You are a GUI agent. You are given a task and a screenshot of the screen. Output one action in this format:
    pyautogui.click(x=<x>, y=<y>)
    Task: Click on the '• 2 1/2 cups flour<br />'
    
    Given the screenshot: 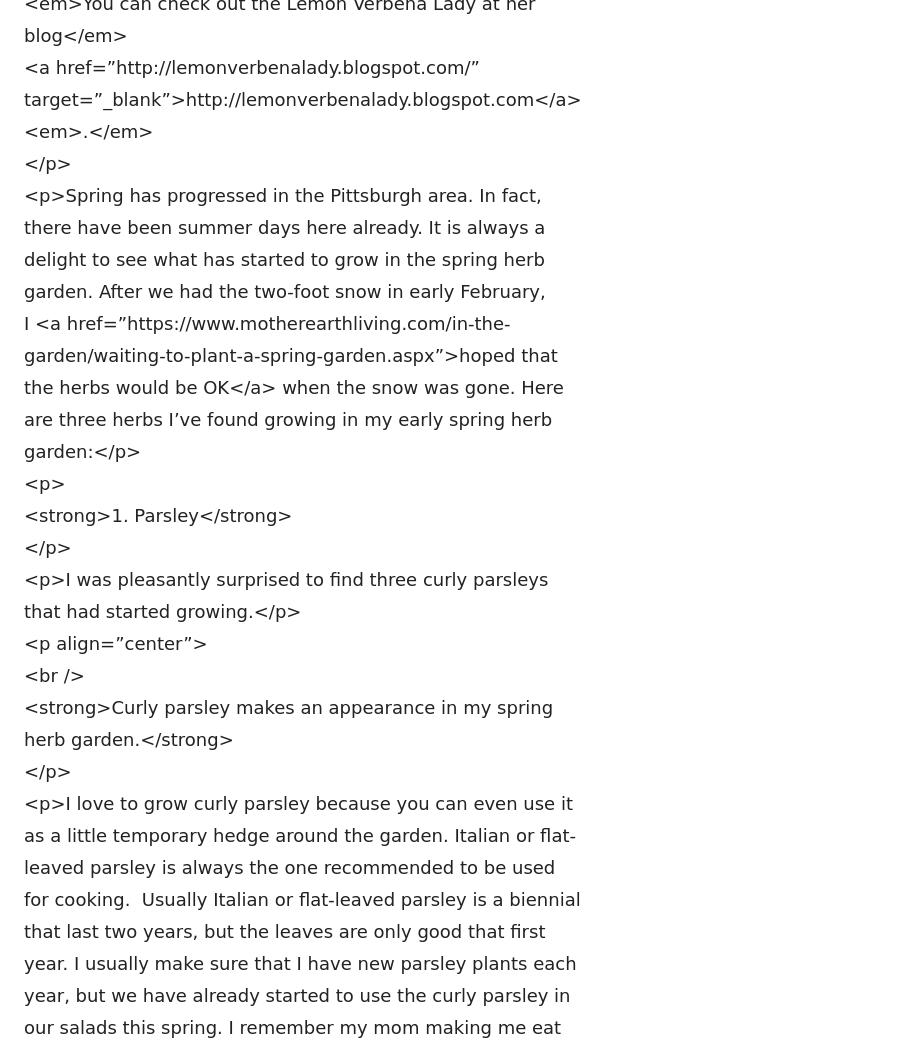 What is the action you would take?
    pyautogui.click(x=131, y=219)
    